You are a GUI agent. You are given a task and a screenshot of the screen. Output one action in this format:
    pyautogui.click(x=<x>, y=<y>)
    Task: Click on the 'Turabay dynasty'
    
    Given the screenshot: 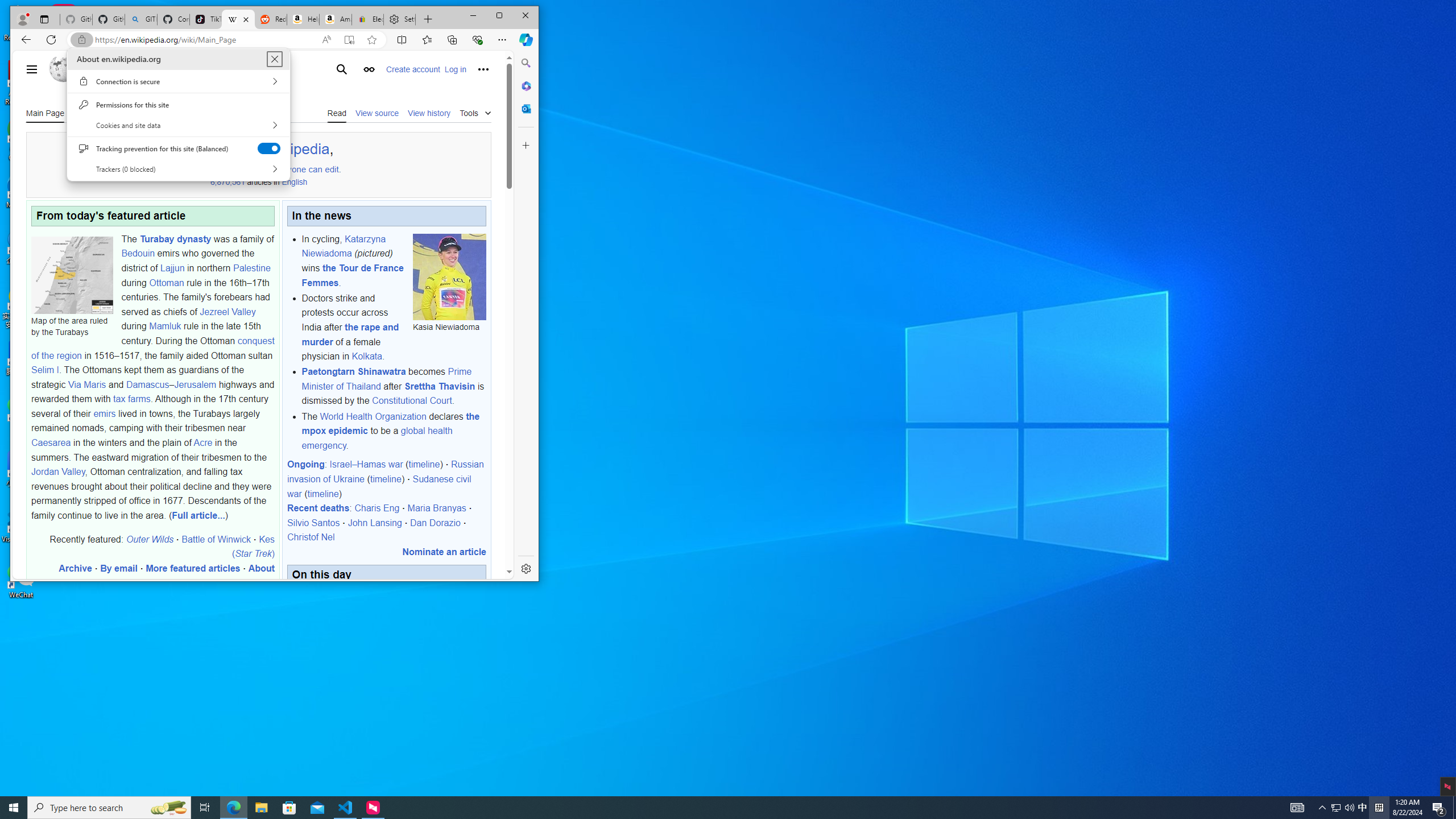 What is the action you would take?
    pyautogui.click(x=175, y=238)
    